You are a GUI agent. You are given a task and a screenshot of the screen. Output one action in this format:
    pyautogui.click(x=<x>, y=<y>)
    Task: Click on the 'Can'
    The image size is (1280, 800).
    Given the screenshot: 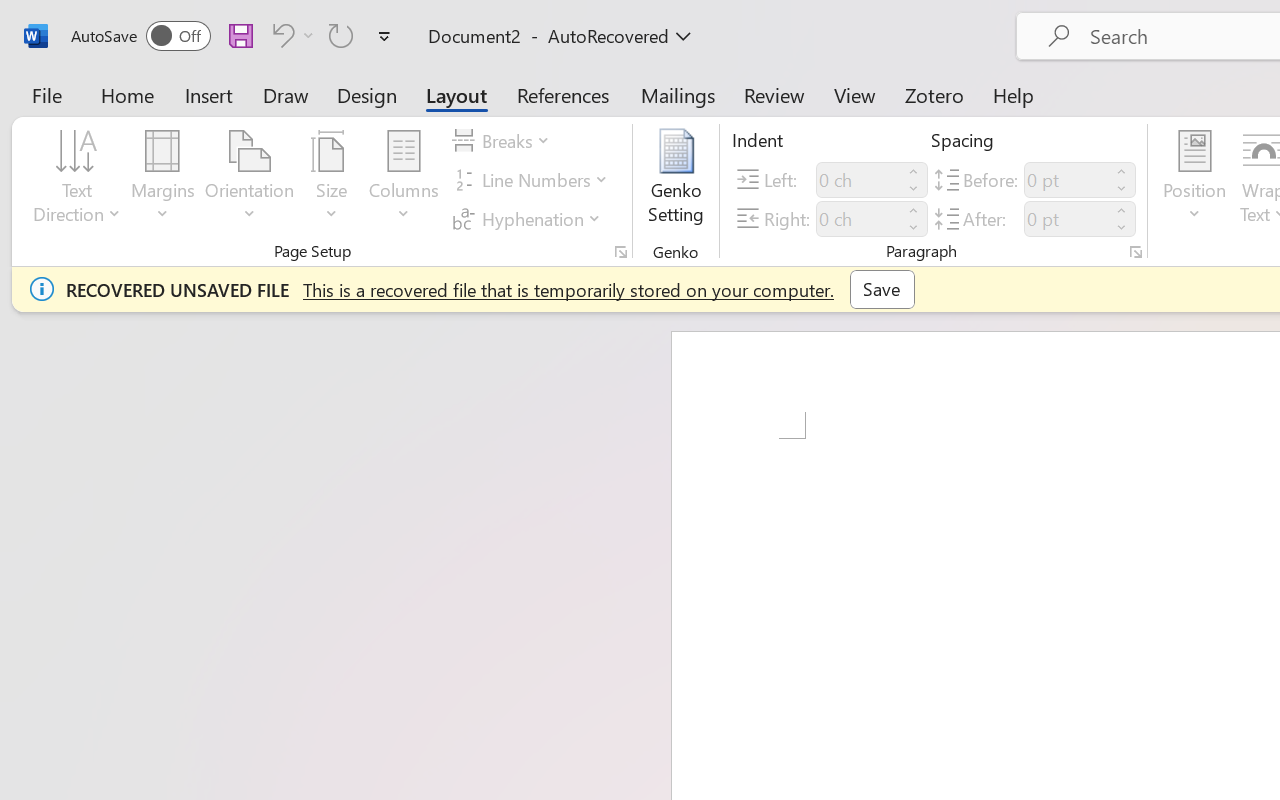 What is the action you would take?
    pyautogui.click(x=341, y=34)
    